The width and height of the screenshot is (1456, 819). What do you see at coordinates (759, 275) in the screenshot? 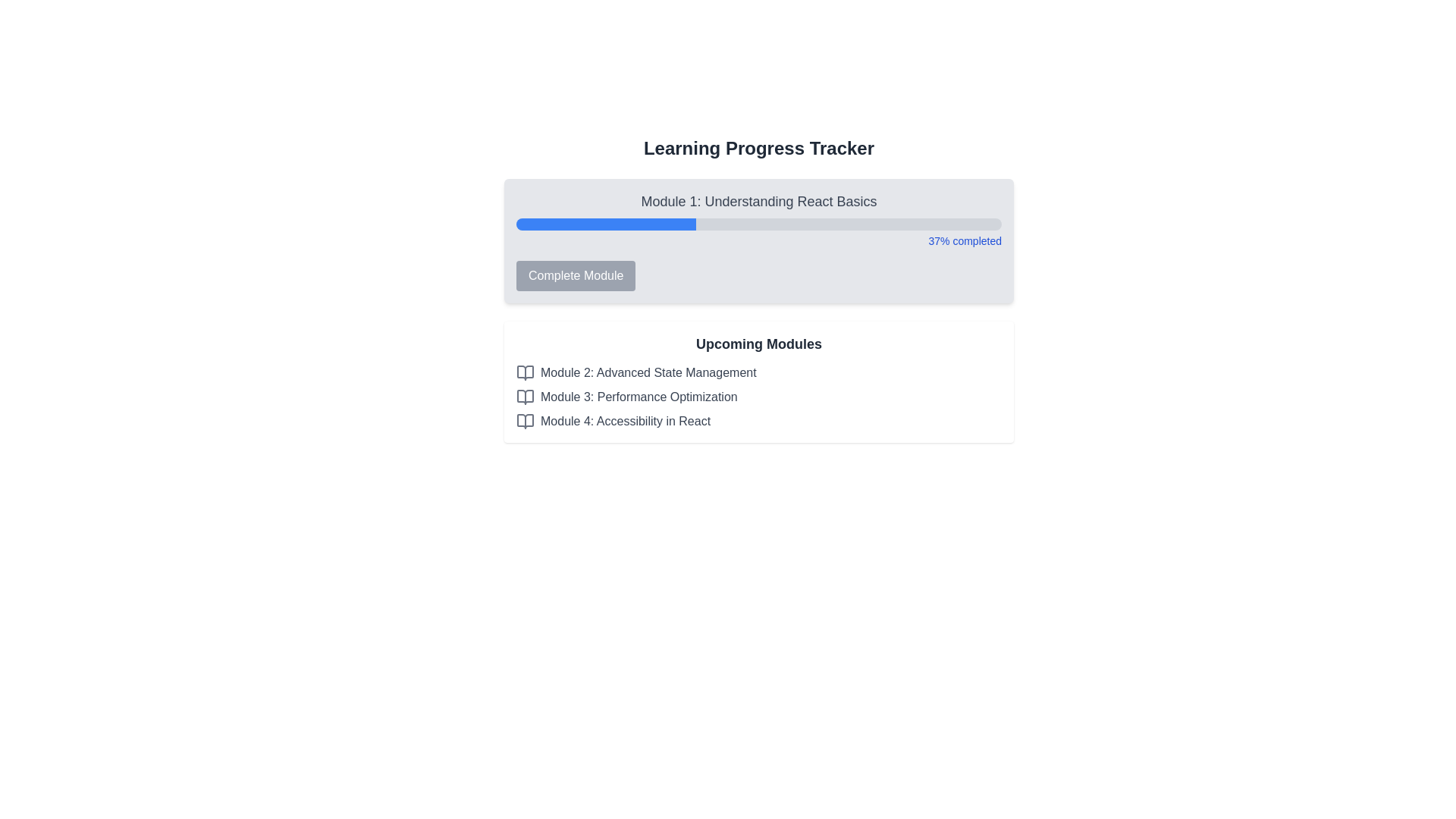
I see `the button labeled 'Complete Module' located at the bottom of 'Module 1: Understanding React Basics'` at bounding box center [759, 275].